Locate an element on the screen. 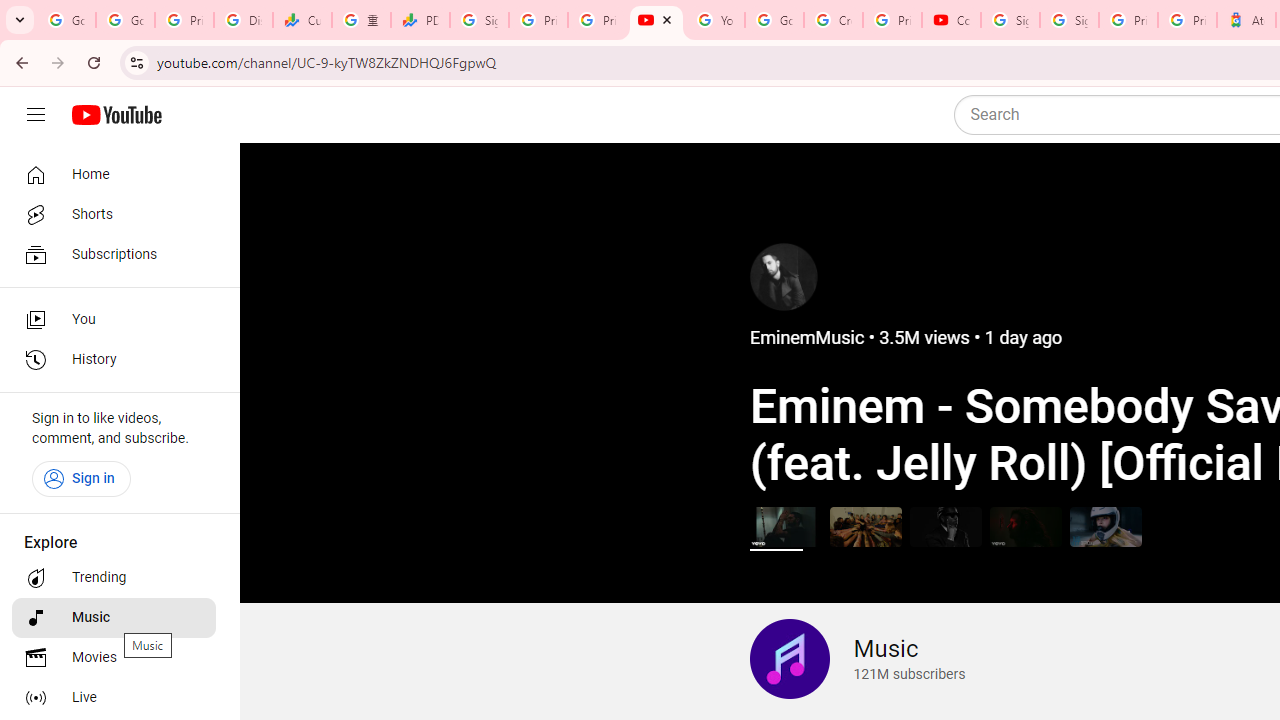 The height and width of the screenshot is (720, 1280). 'Subscriptions' is located at coordinates (112, 253).